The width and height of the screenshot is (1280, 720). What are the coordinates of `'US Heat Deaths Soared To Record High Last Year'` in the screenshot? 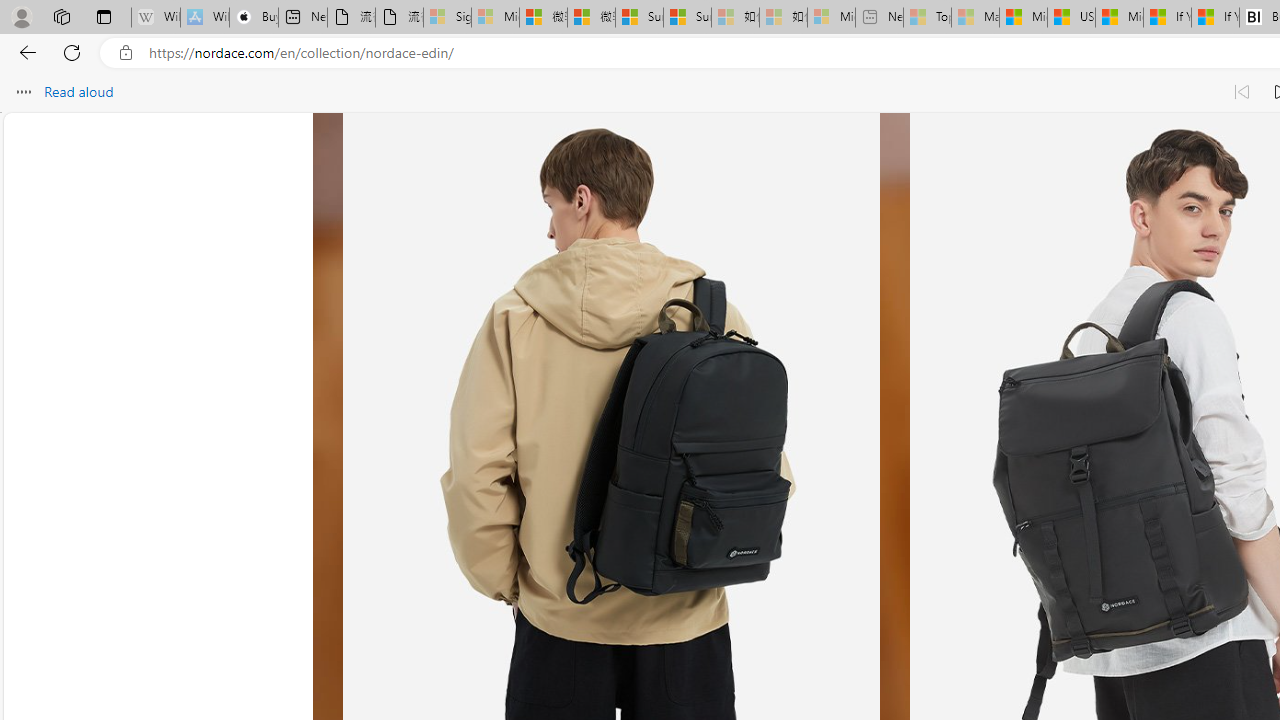 It's located at (1070, 17).